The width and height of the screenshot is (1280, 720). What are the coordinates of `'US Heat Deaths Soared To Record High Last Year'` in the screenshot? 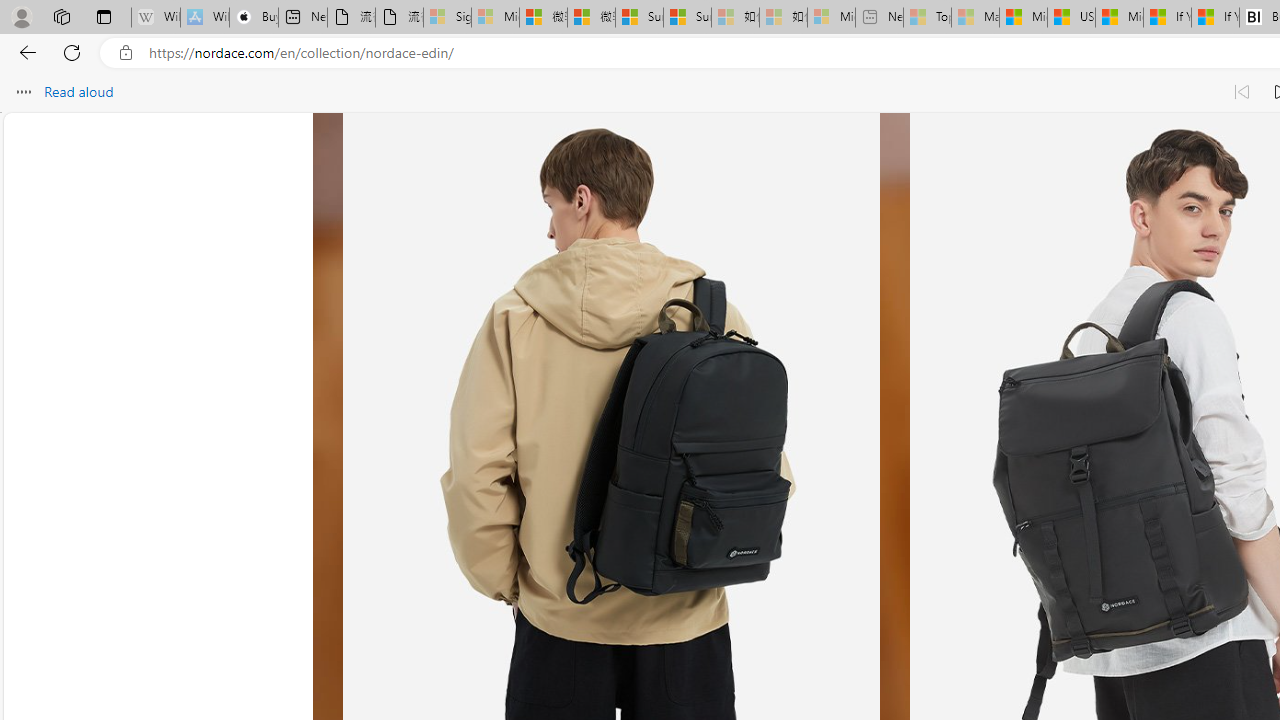 It's located at (1070, 17).